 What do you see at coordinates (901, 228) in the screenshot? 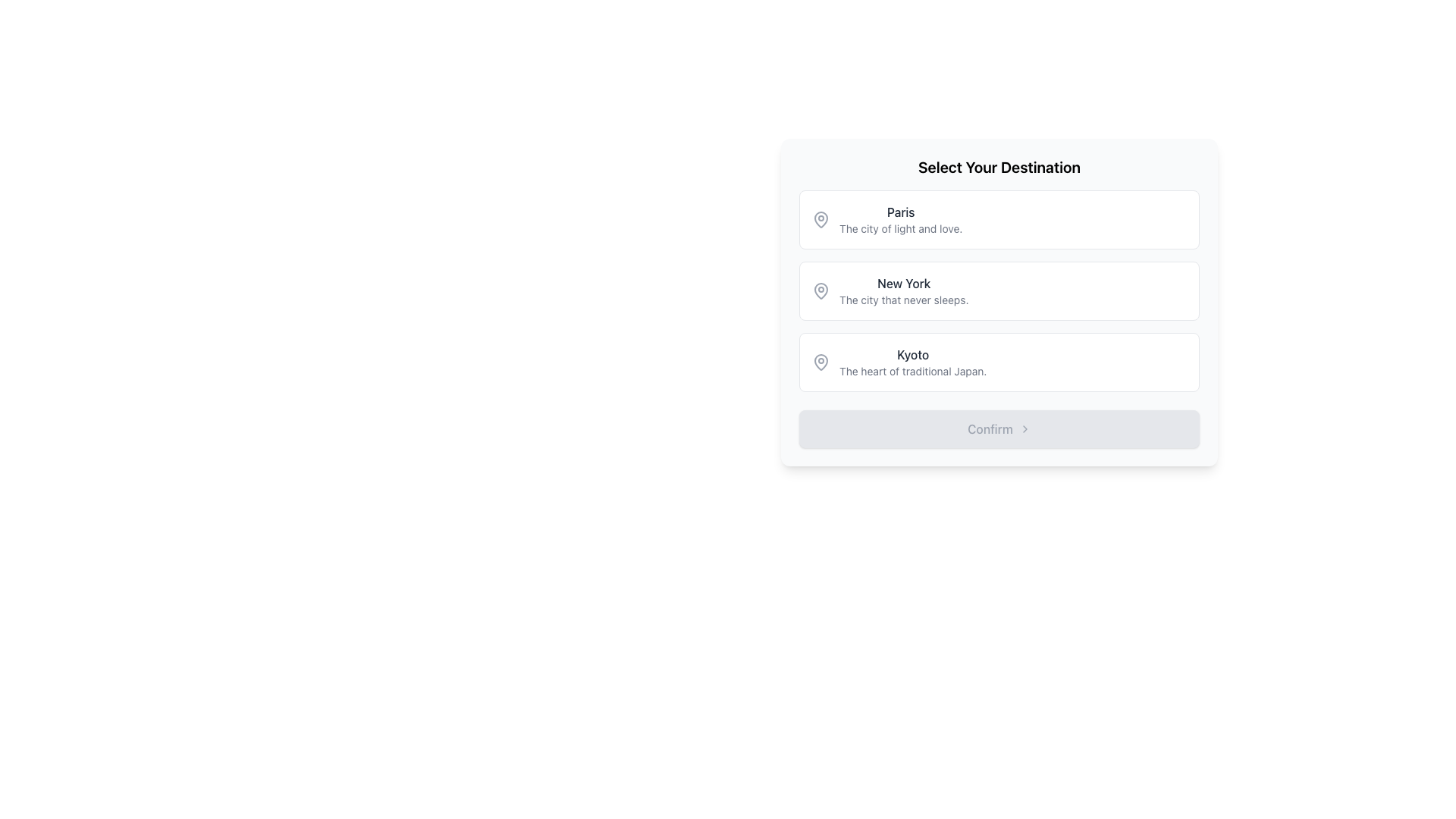
I see `the static text label that provides additional descriptive information for the 'Paris' selection option, positioned below the text 'Paris.'` at bounding box center [901, 228].